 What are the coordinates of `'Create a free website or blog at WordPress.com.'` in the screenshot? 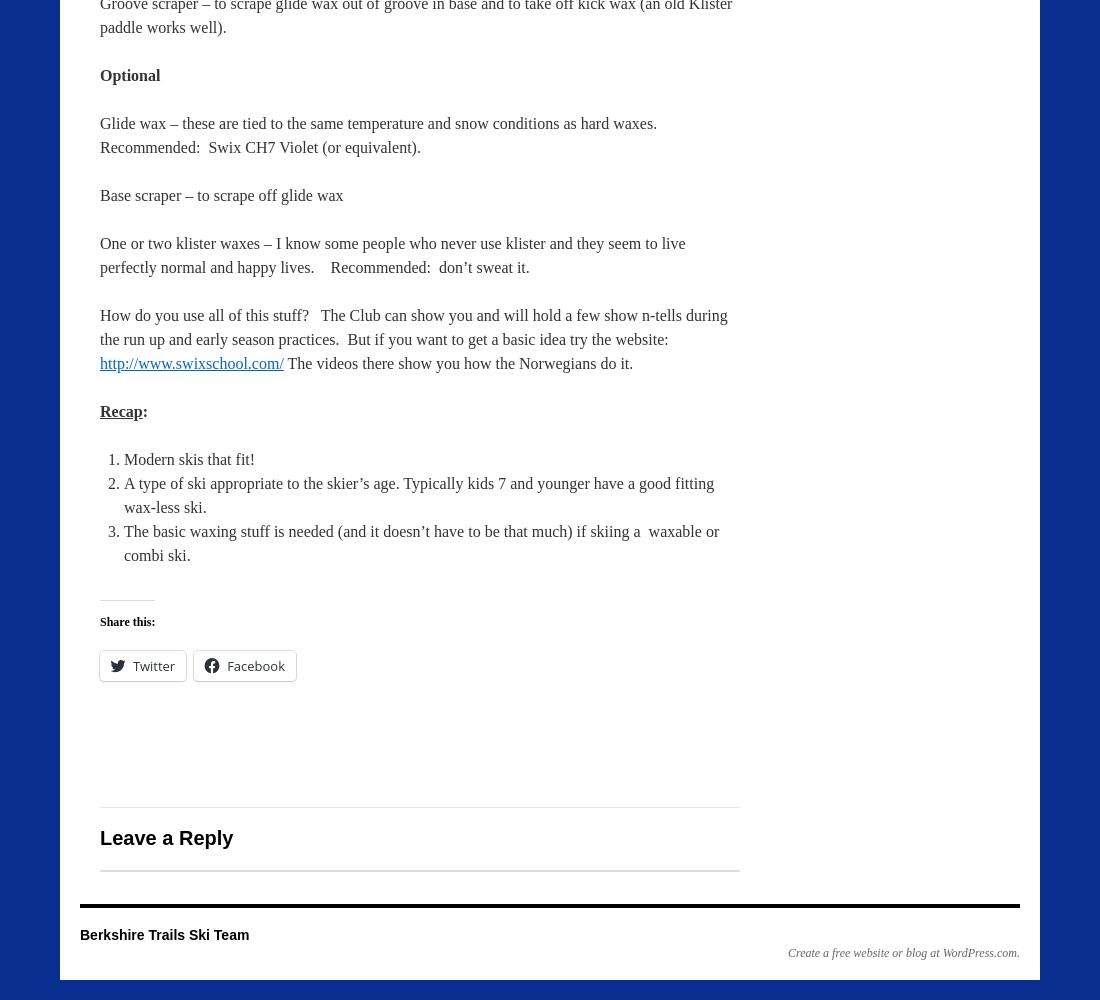 It's located at (903, 952).